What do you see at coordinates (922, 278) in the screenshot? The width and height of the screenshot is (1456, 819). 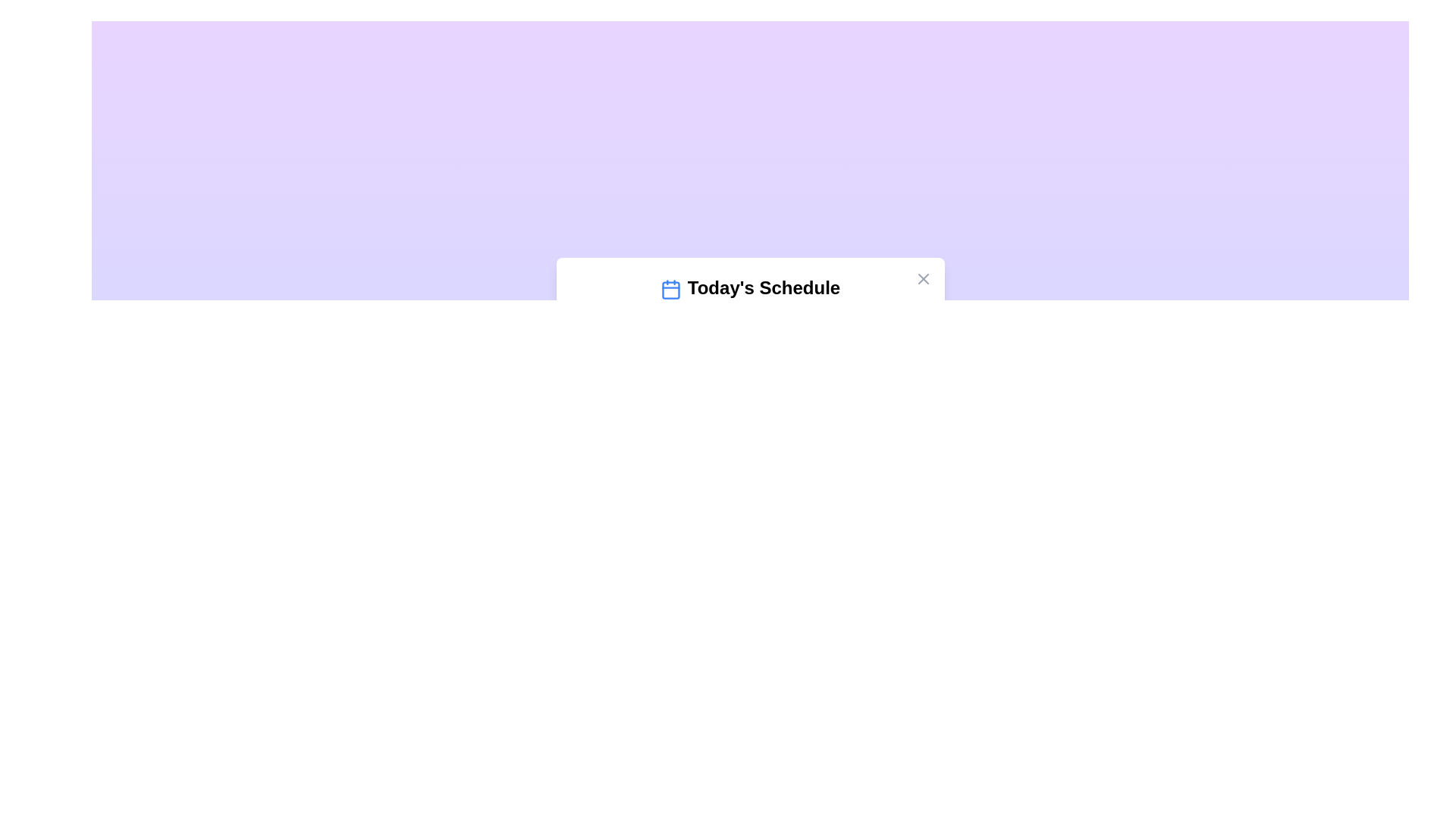 I see `the gray cross icon button located at the top-right corner of the 'Today's Schedule' card` at bounding box center [922, 278].